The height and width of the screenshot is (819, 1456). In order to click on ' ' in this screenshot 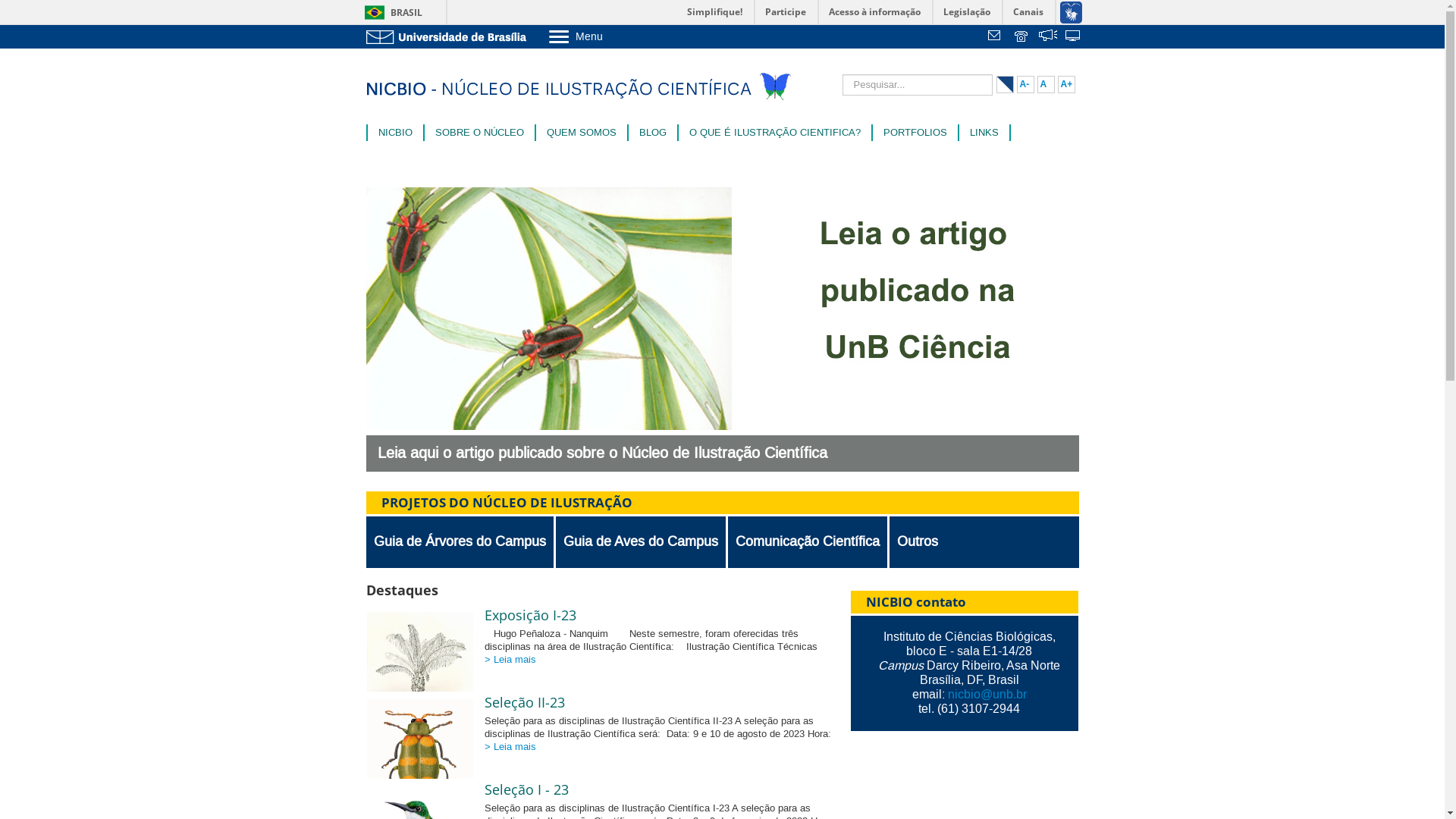, I will do `click(1047, 36)`.